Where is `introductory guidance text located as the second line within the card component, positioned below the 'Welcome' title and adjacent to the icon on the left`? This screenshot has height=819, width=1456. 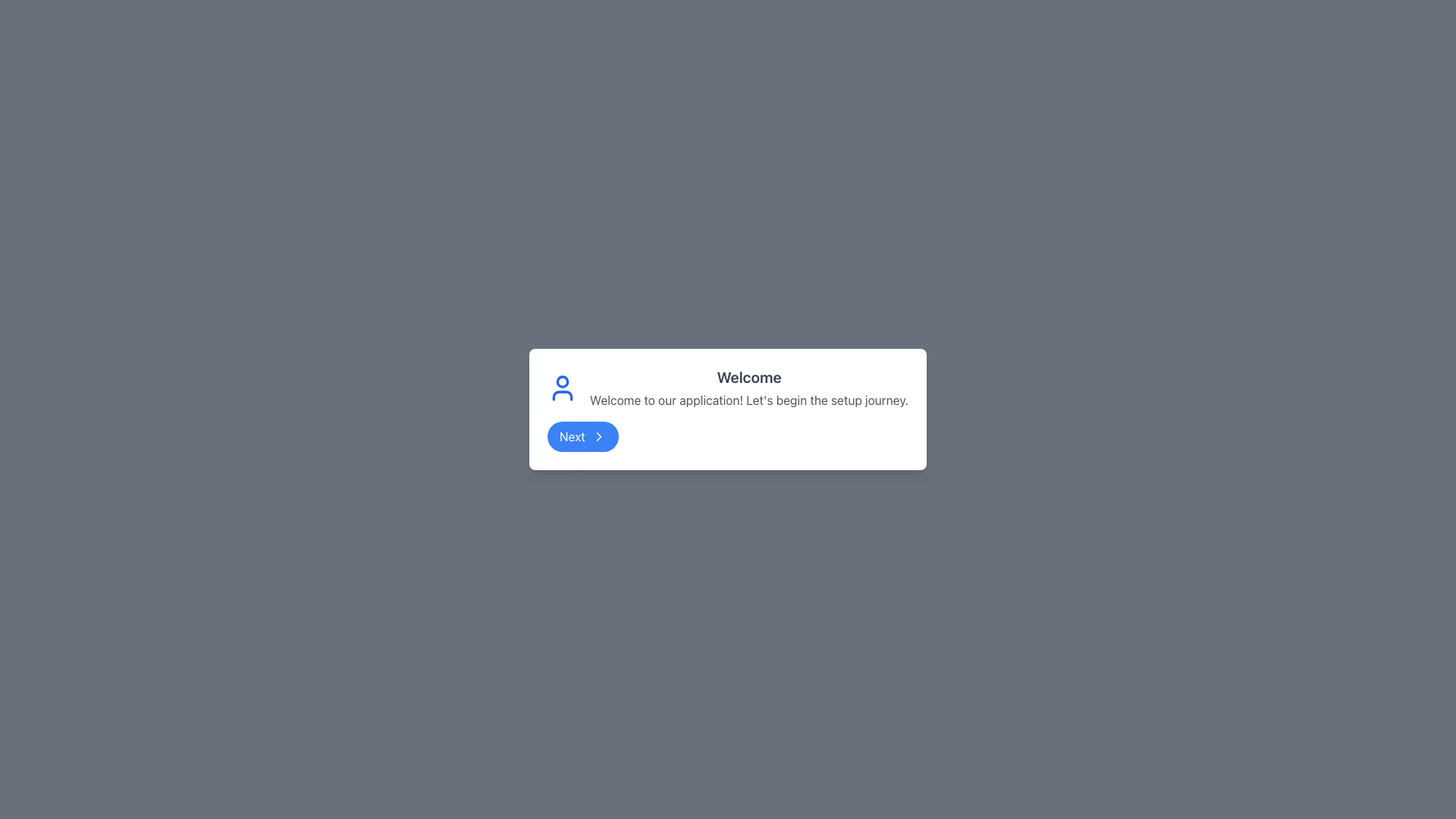
introductory guidance text located as the second line within the card component, positioned below the 'Welcome' title and adjacent to the icon on the left is located at coordinates (749, 400).